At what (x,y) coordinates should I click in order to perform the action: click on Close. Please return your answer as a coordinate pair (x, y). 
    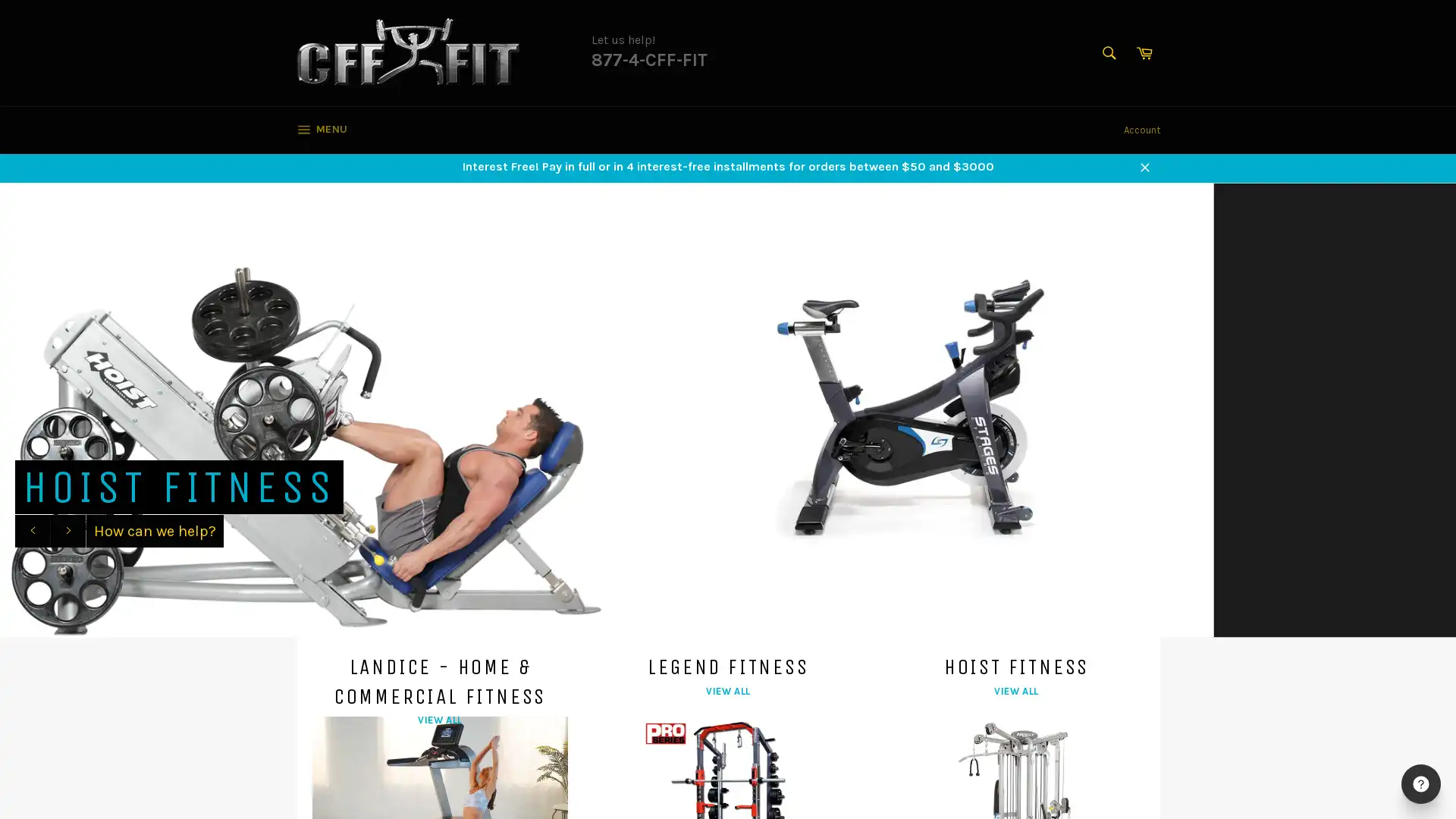
    Looking at the image, I should click on (1145, 169).